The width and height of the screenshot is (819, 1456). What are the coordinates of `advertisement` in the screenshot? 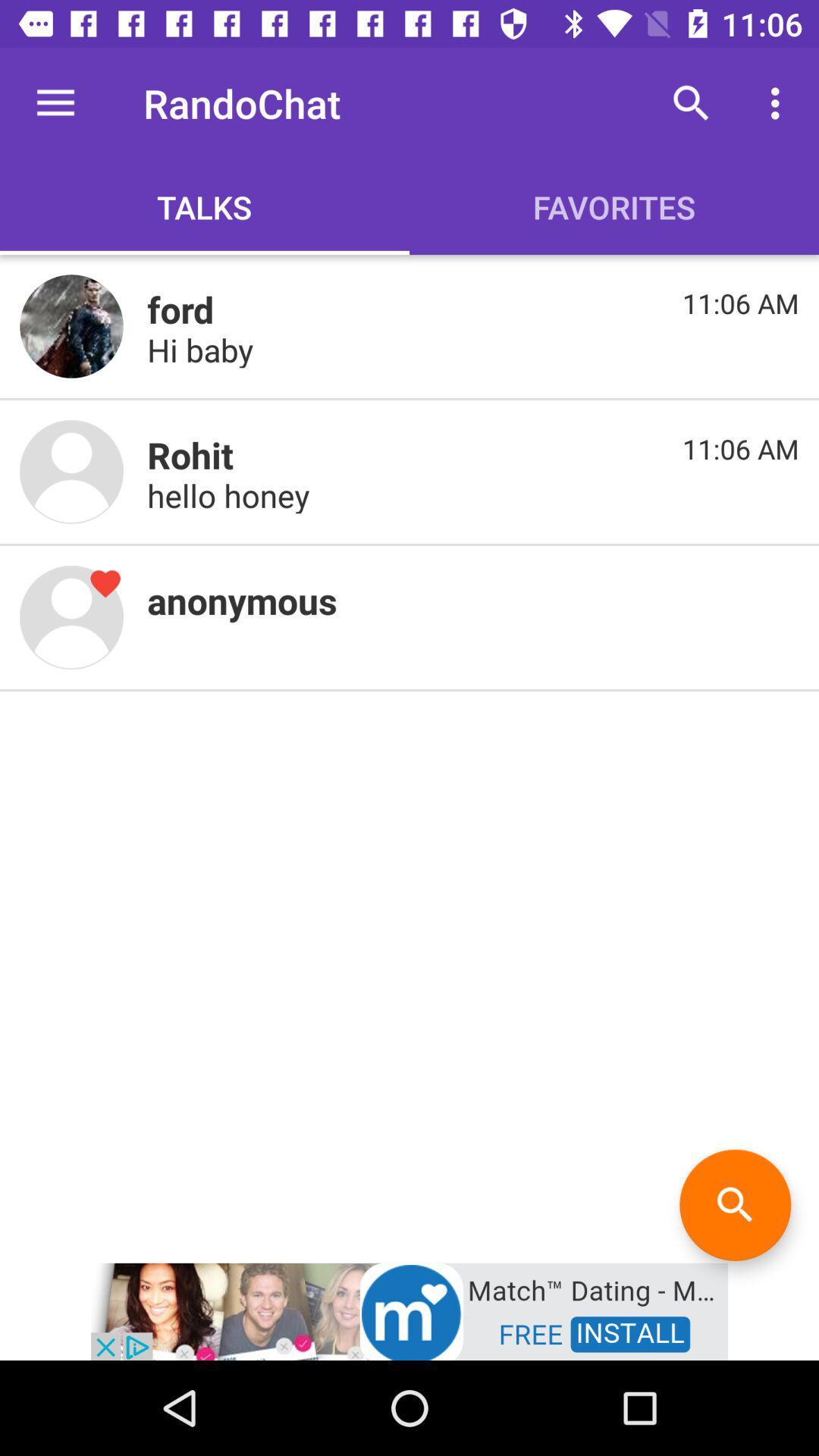 It's located at (409, 1310).